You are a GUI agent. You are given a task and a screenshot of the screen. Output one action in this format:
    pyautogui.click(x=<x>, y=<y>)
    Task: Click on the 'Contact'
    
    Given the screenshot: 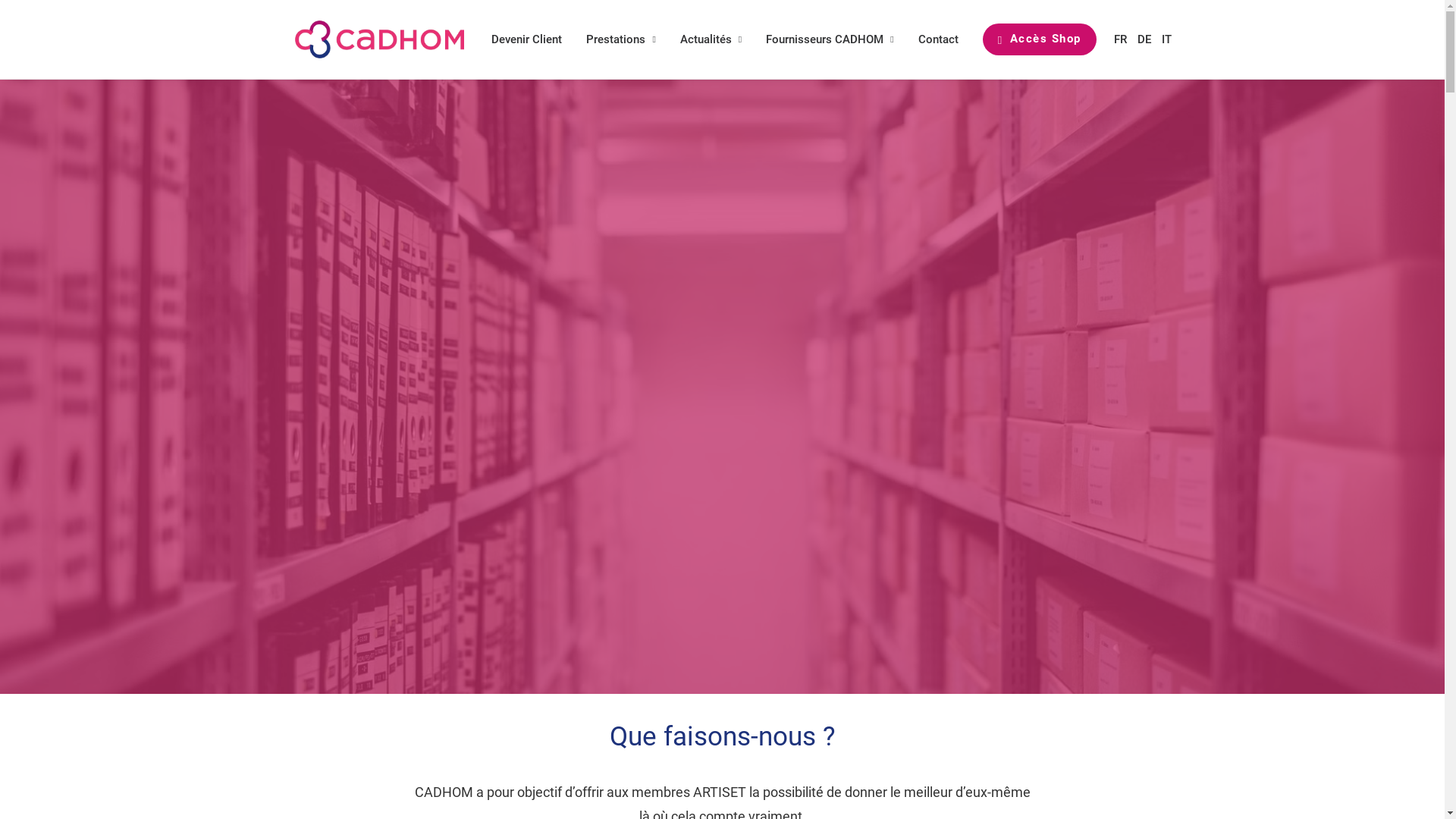 What is the action you would take?
    pyautogui.click(x=937, y=38)
    